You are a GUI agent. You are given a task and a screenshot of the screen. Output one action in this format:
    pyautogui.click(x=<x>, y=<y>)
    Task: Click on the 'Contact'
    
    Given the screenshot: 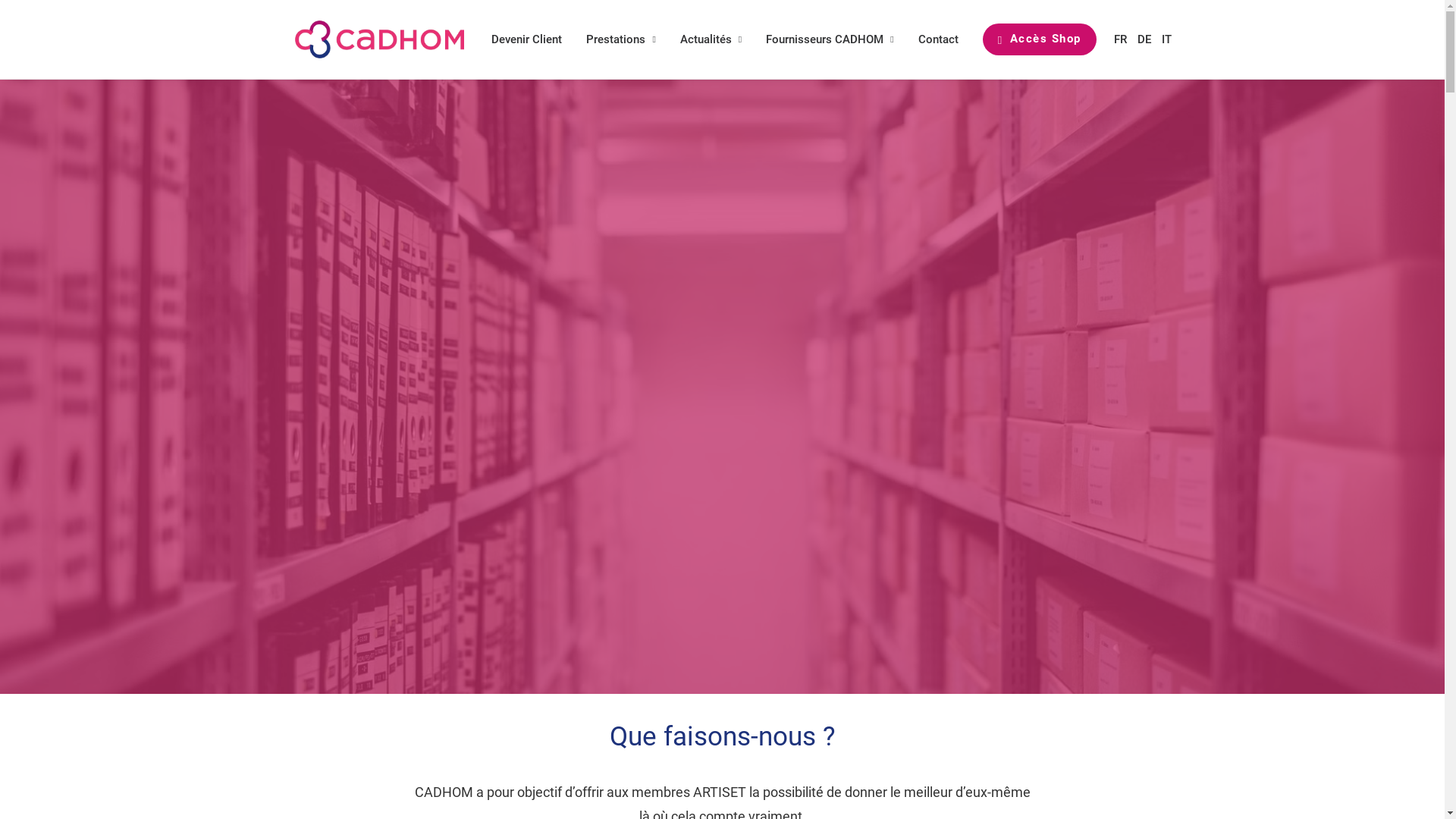 What is the action you would take?
    pyautogui.click(x=937, y=38)
    